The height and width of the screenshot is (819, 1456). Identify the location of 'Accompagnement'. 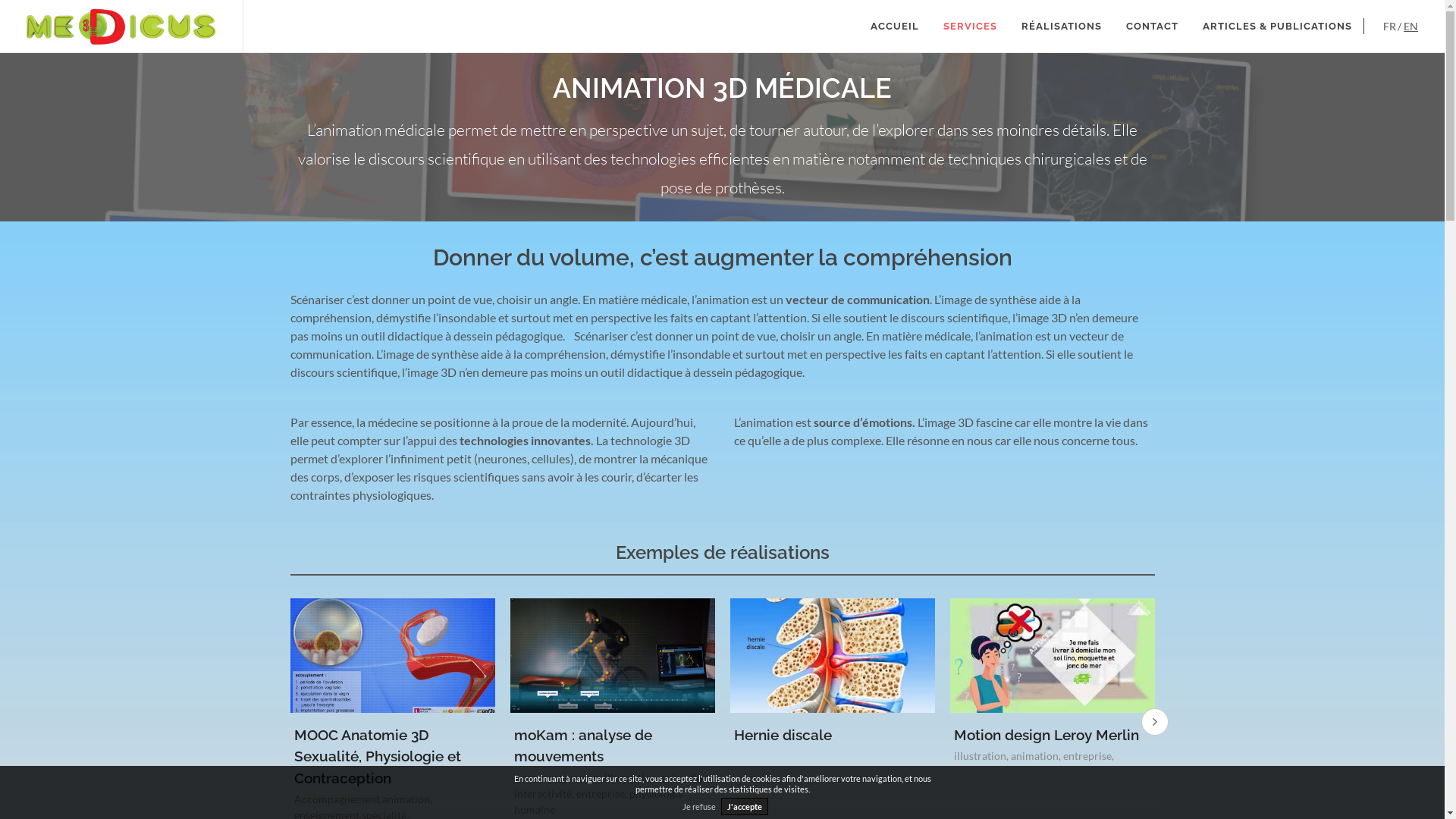
(336, 798).